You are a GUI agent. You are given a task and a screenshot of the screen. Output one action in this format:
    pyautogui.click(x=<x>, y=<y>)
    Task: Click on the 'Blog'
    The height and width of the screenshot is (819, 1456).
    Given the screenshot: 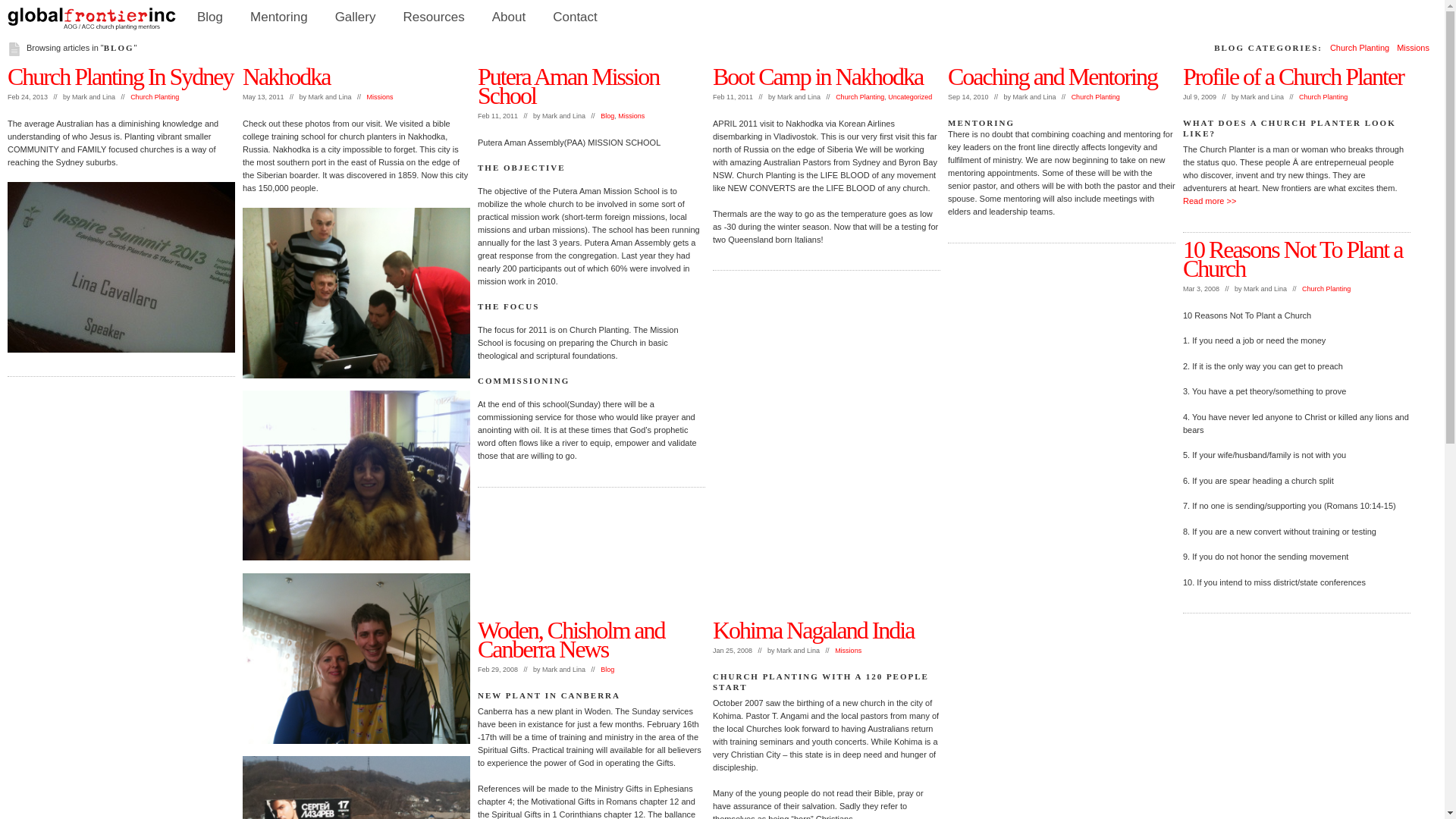 What is the action you would take?
    pyautogui.click(x=607, y=669)
    